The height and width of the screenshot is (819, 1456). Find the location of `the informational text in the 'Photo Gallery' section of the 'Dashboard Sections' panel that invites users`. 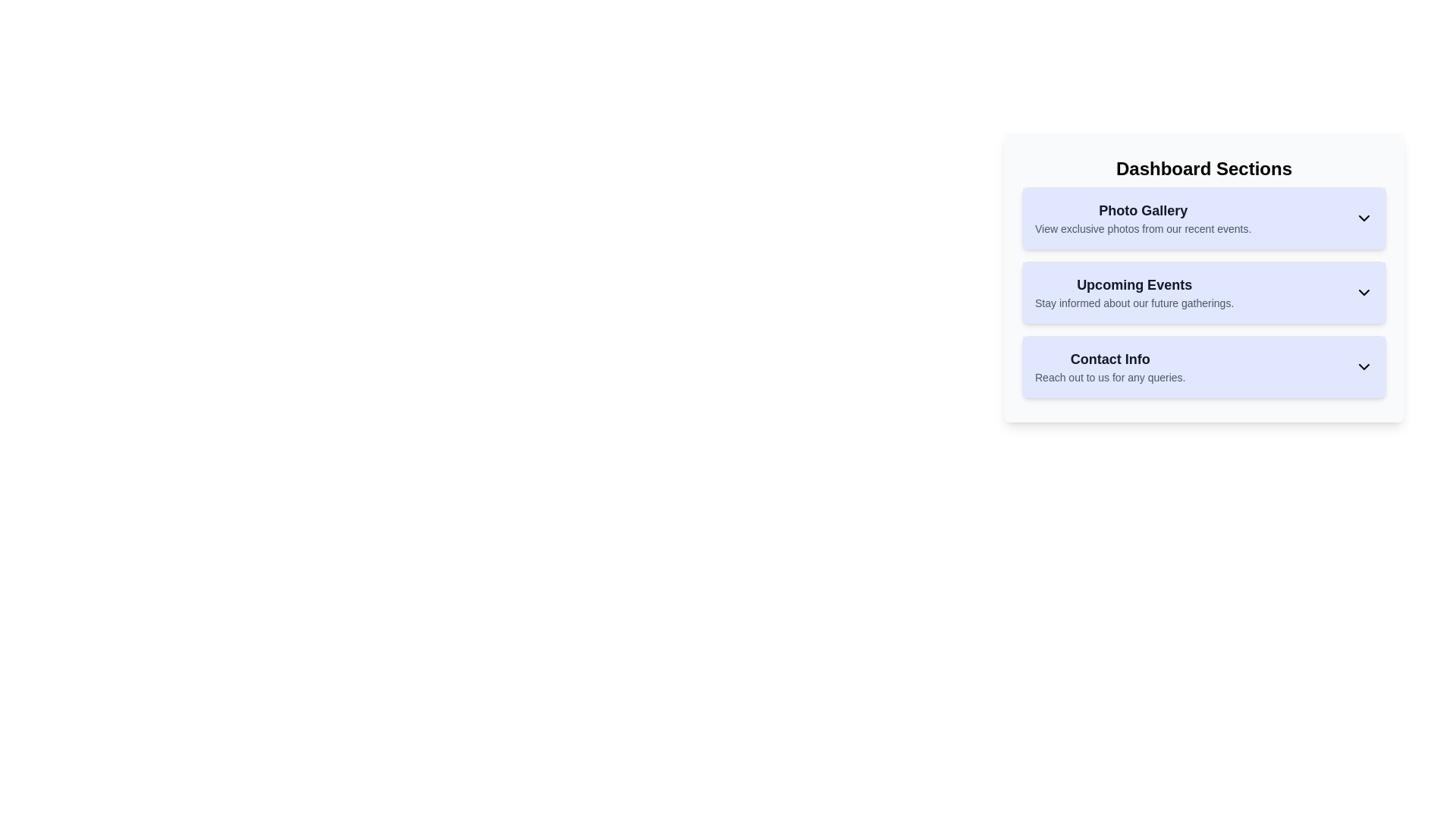

the informational text in the 'Photo Gallery' section of the 'Dashboard Sections' panel that invites users is located at coordinates (1143, 228).